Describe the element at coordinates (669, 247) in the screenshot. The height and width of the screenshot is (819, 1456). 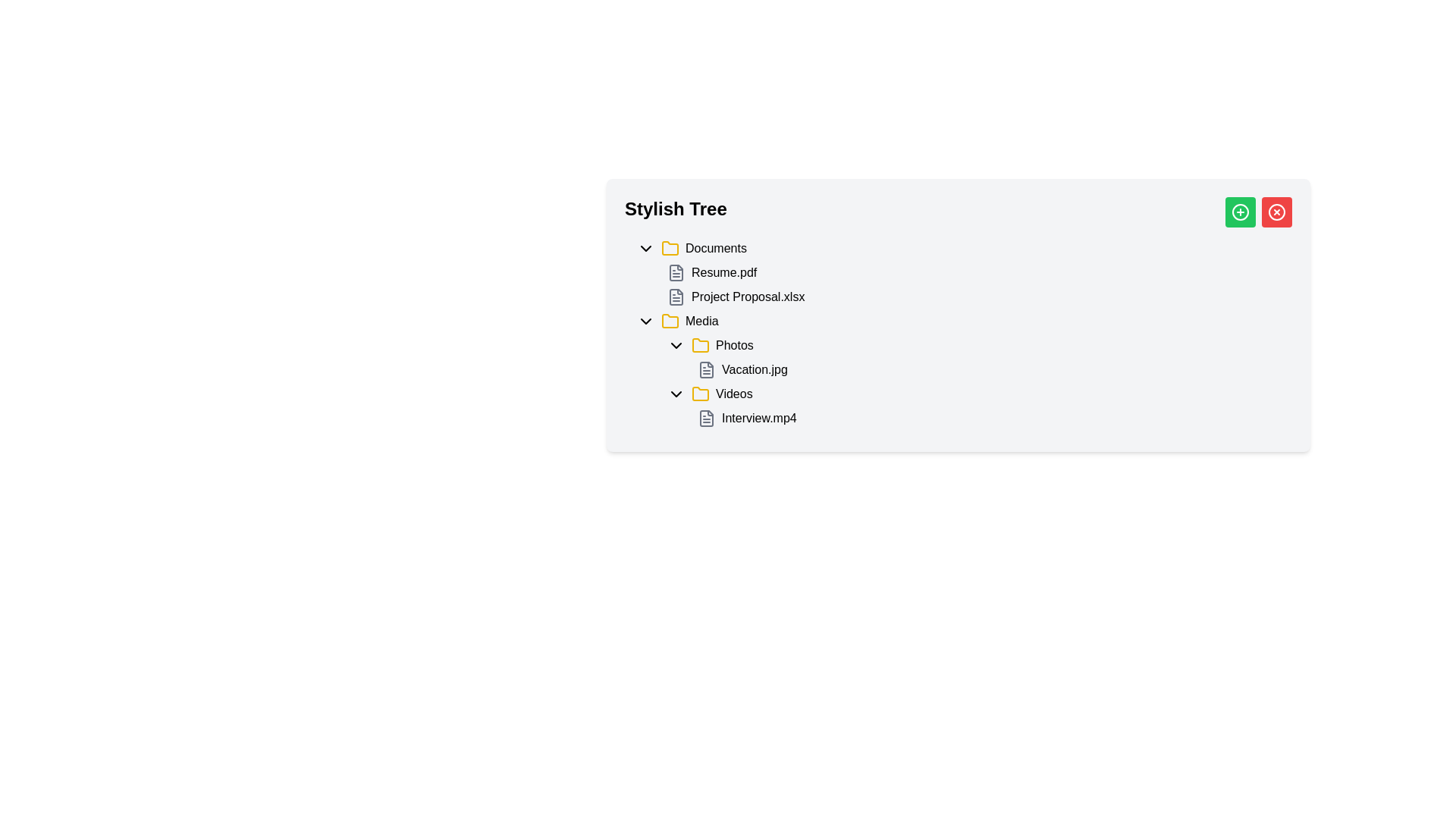
I see `the graphical folder icon representing the 'Media' folder in the navigational tree structure` at that location.